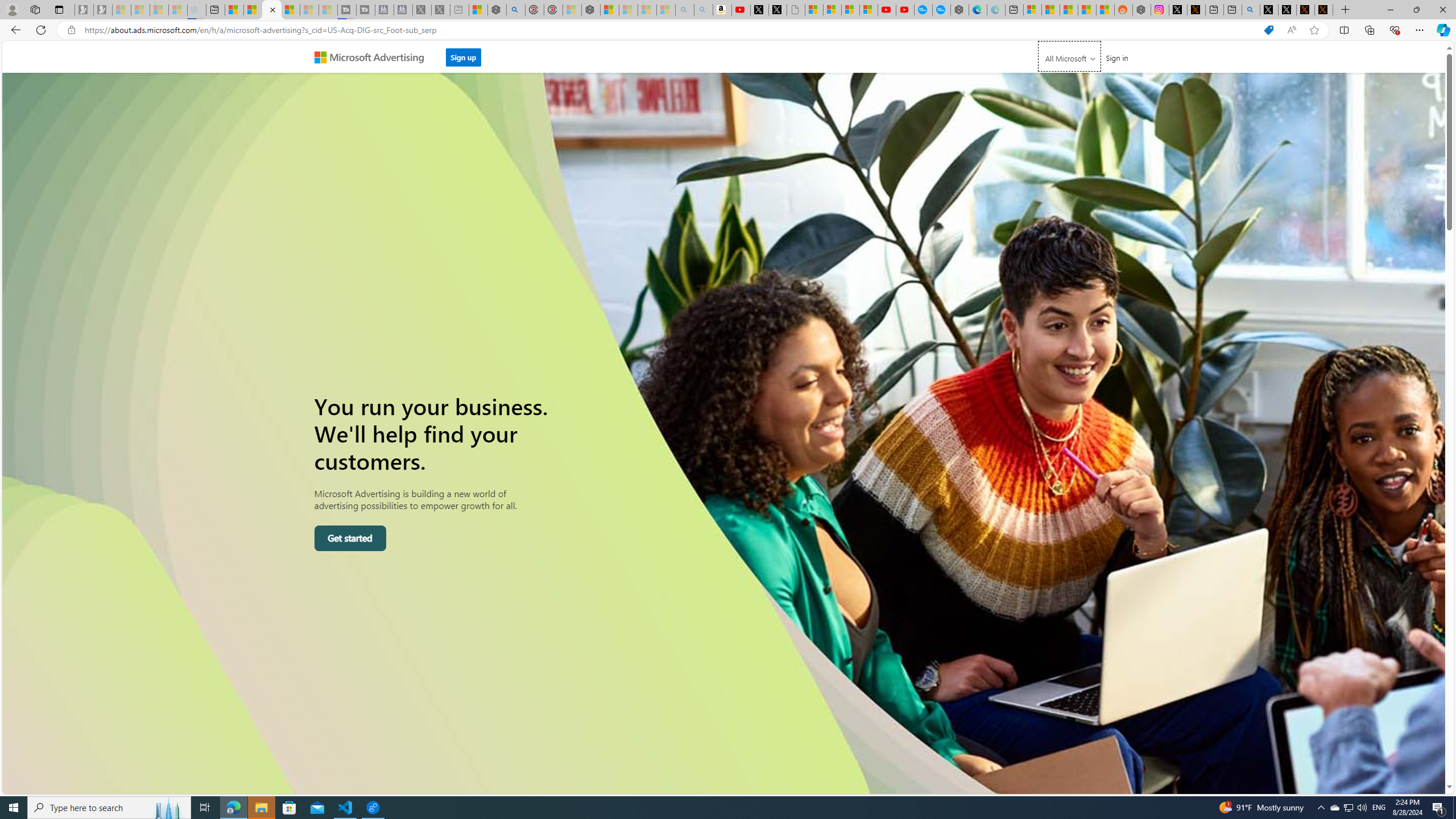 This screenshot has height=819, width=1456. What do you see at coordinates (941, 9) in the screenshot?
I see `'The most popular Google '` at bounding box center [941, 9].